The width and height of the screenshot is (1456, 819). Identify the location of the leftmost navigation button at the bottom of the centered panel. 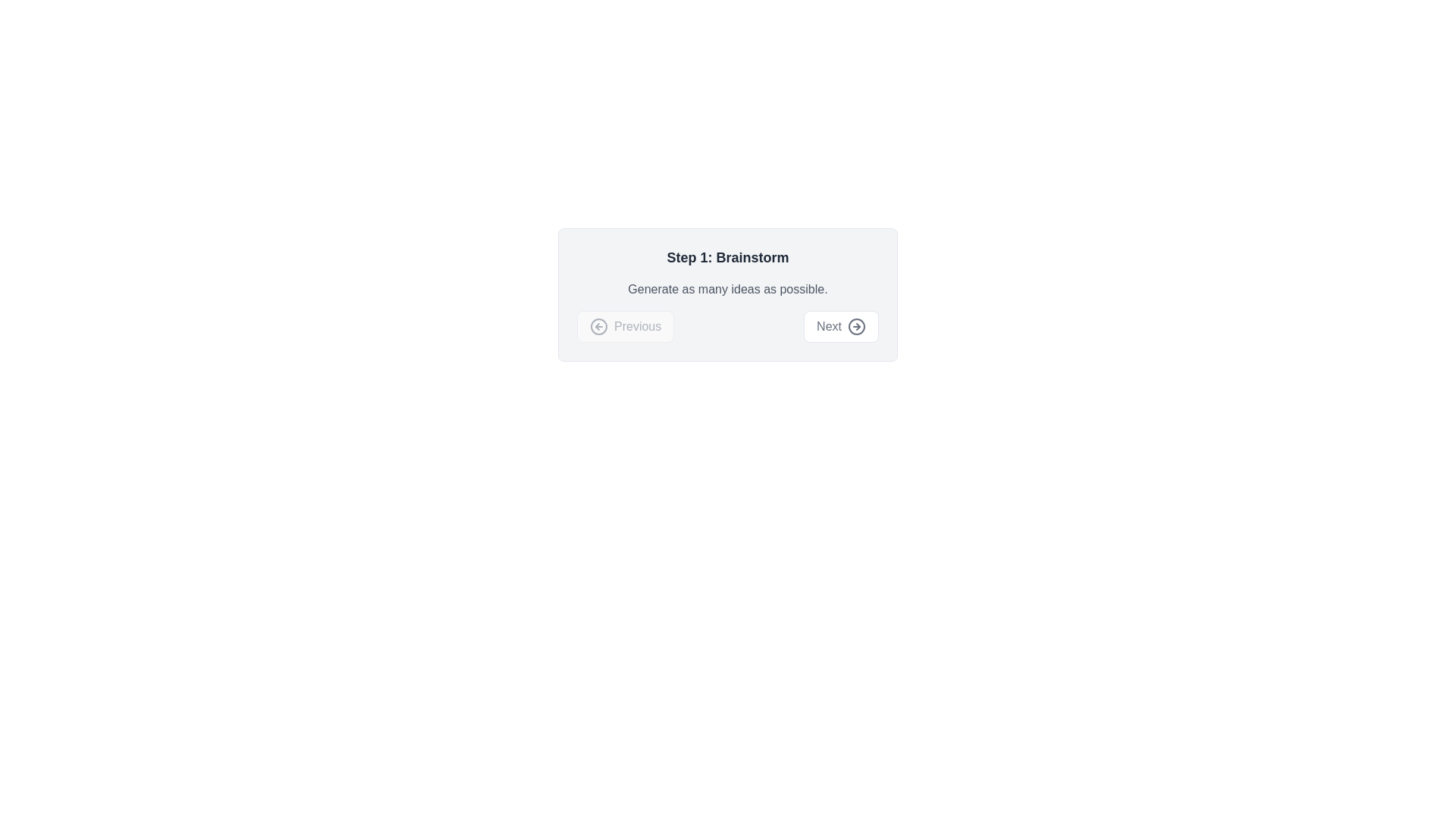
(626, 326).